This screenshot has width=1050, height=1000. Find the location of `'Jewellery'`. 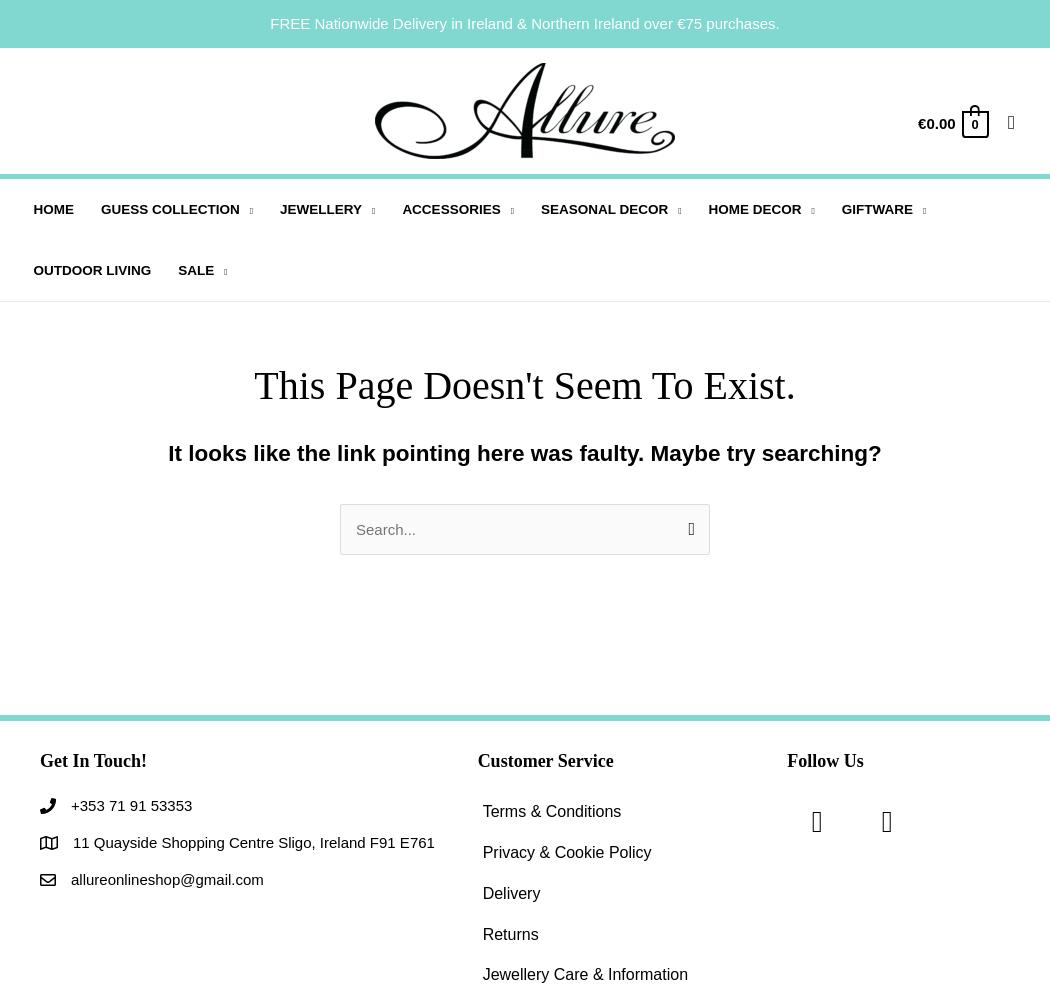

'Jewellery' is located at coordinates (279, 208).